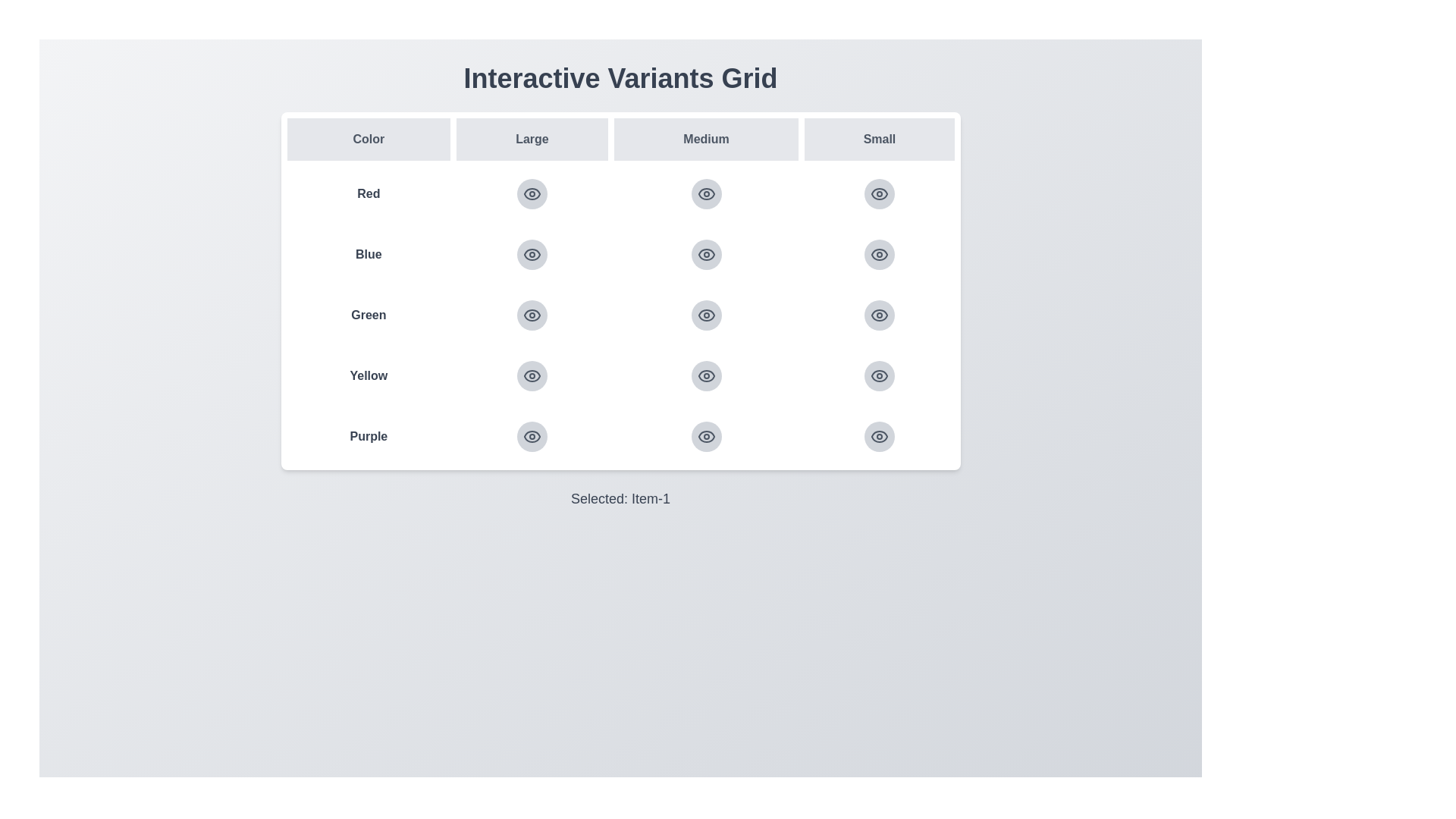 Image resolution: width=1456 pixels, height=819 pixels. Describe the element at coordinates (880, 436) in the screenshot. I see `the 'eye' symbol button located in the bottom-right corner of the grid layout, under the 'Purple' label in the 'Small' column, which indicates a view action` at that location.